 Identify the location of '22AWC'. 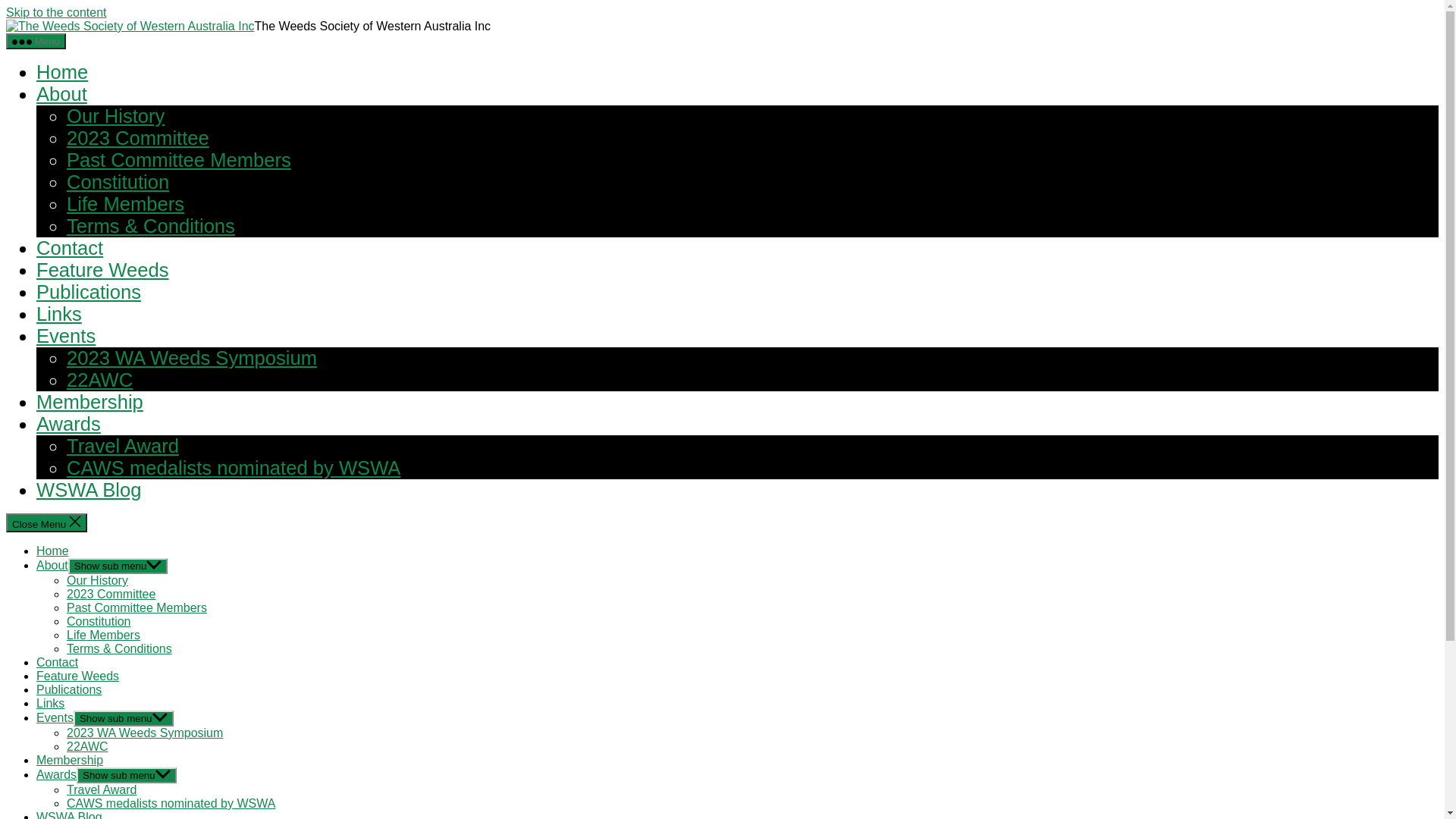
(65, 379).